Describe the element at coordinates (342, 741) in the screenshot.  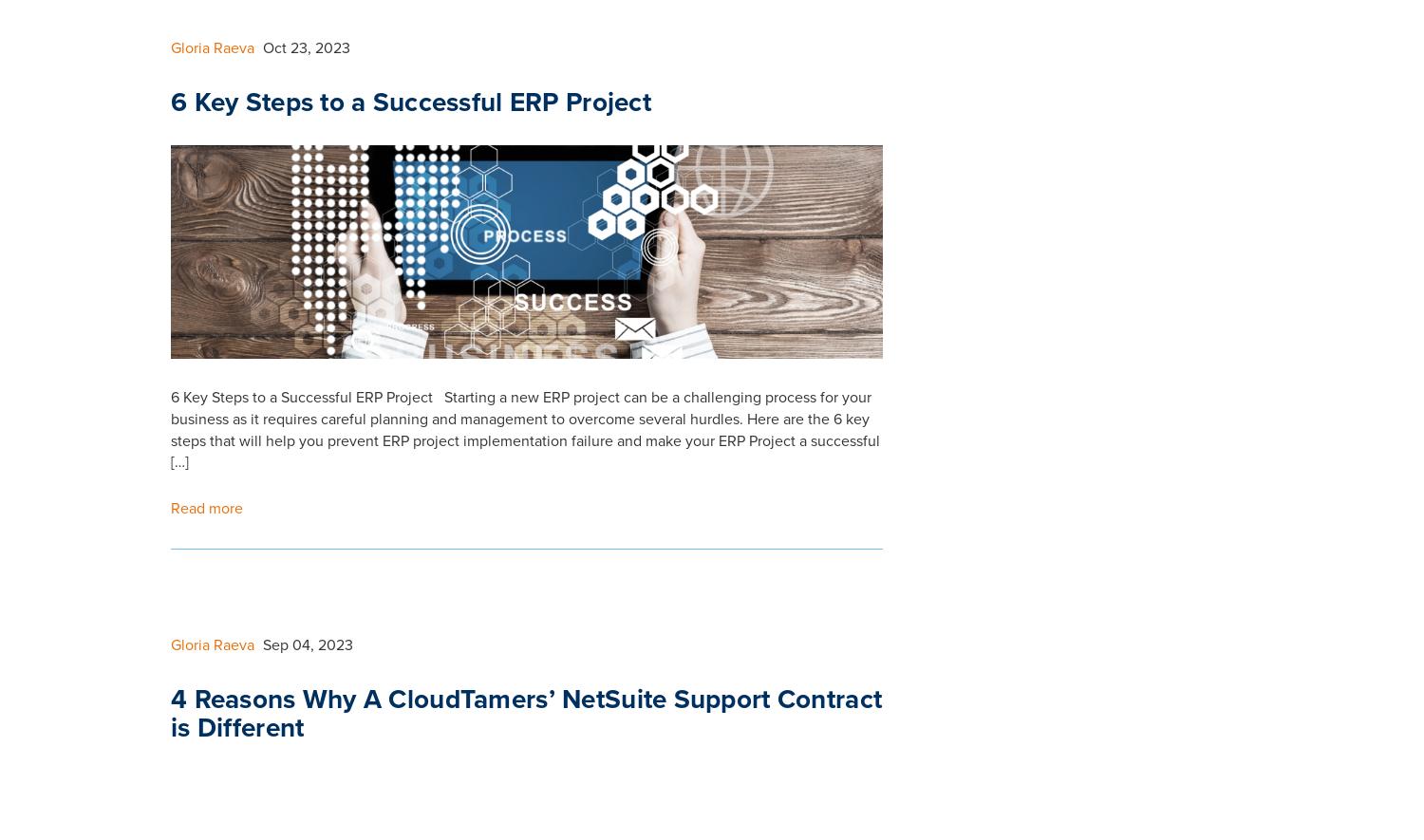
I see `'Resources'` at that location.